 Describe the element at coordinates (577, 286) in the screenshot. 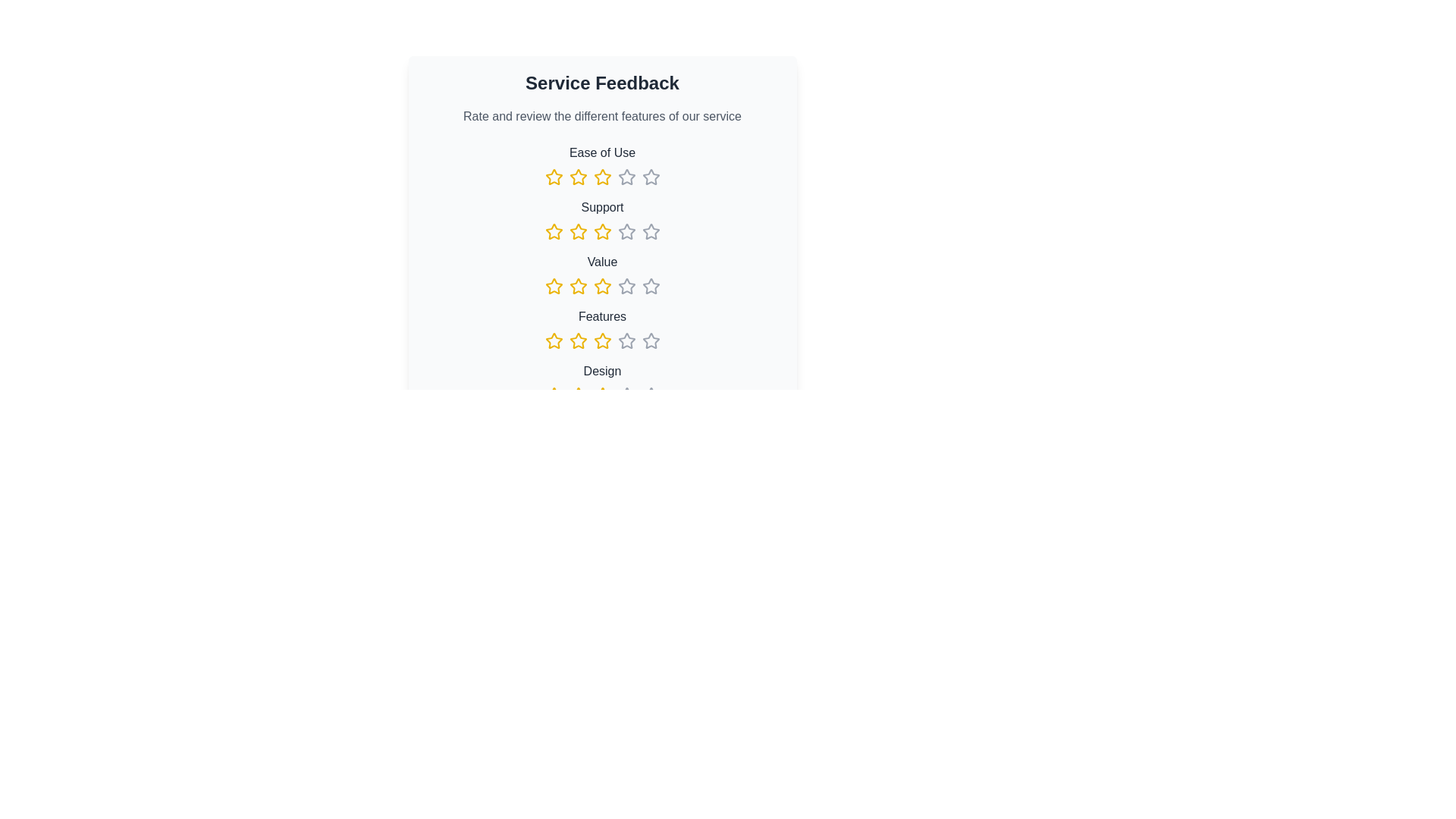

I see `the first star in the third row of the 'Value' rating section` at that location.